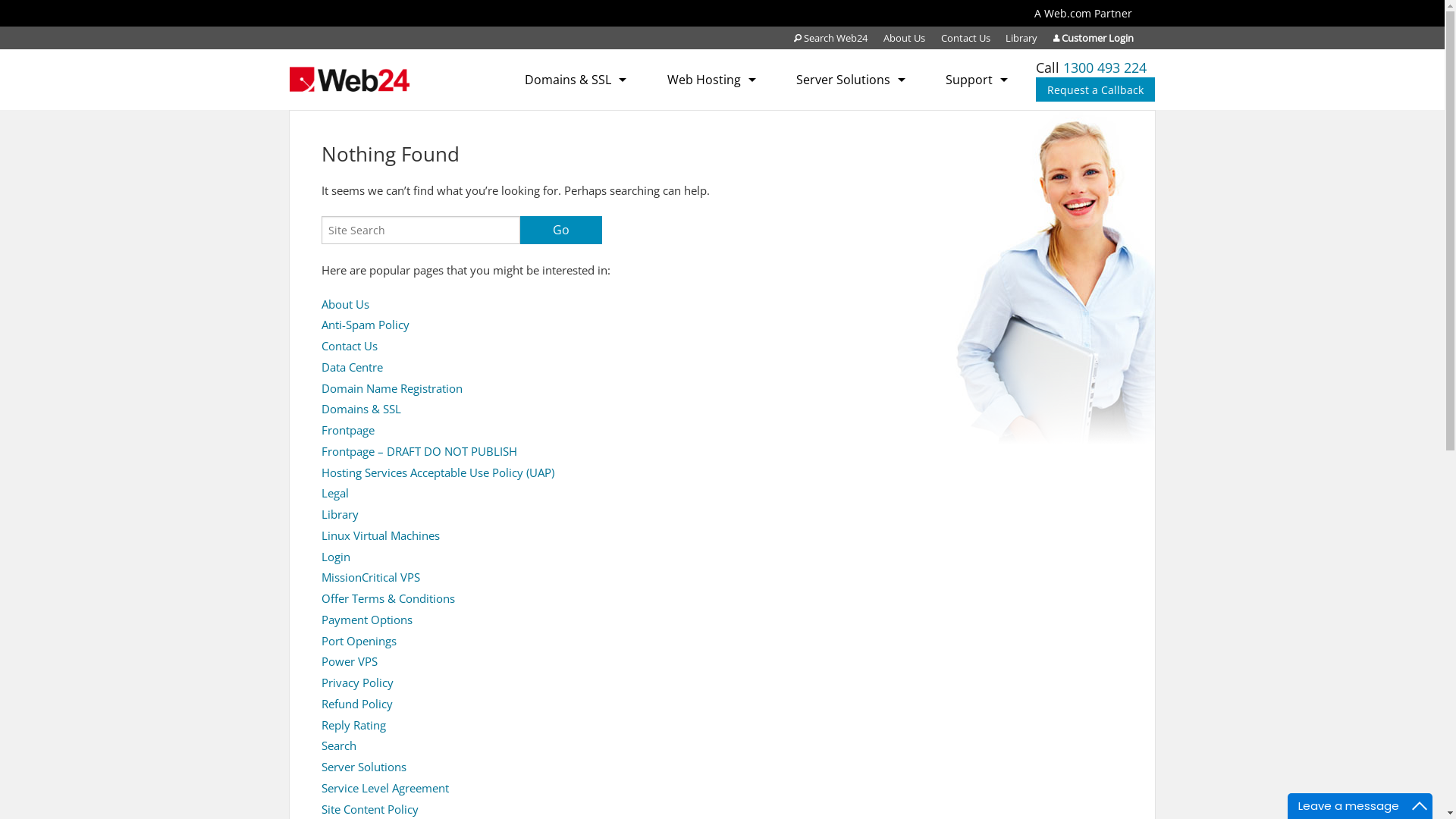 This screenshot has height=819, width=1456. What do you see at coordinates (320, 641) in the screenshot?
I see `'Port Openings'` at bounding box center [320, 641].